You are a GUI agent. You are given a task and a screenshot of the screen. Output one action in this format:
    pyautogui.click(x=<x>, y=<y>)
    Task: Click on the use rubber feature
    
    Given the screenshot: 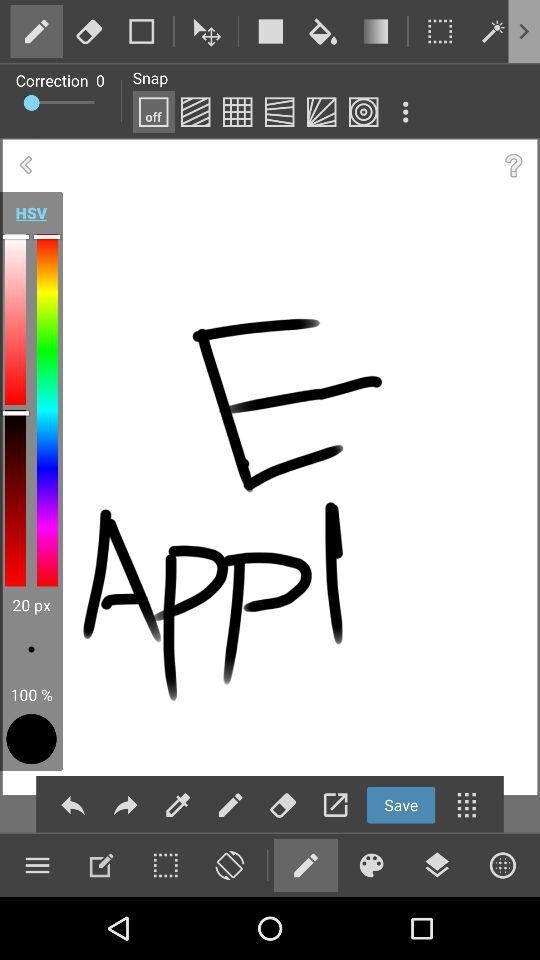 What is the action you would take?
    pyautogui.click(x=88, y=30)
    